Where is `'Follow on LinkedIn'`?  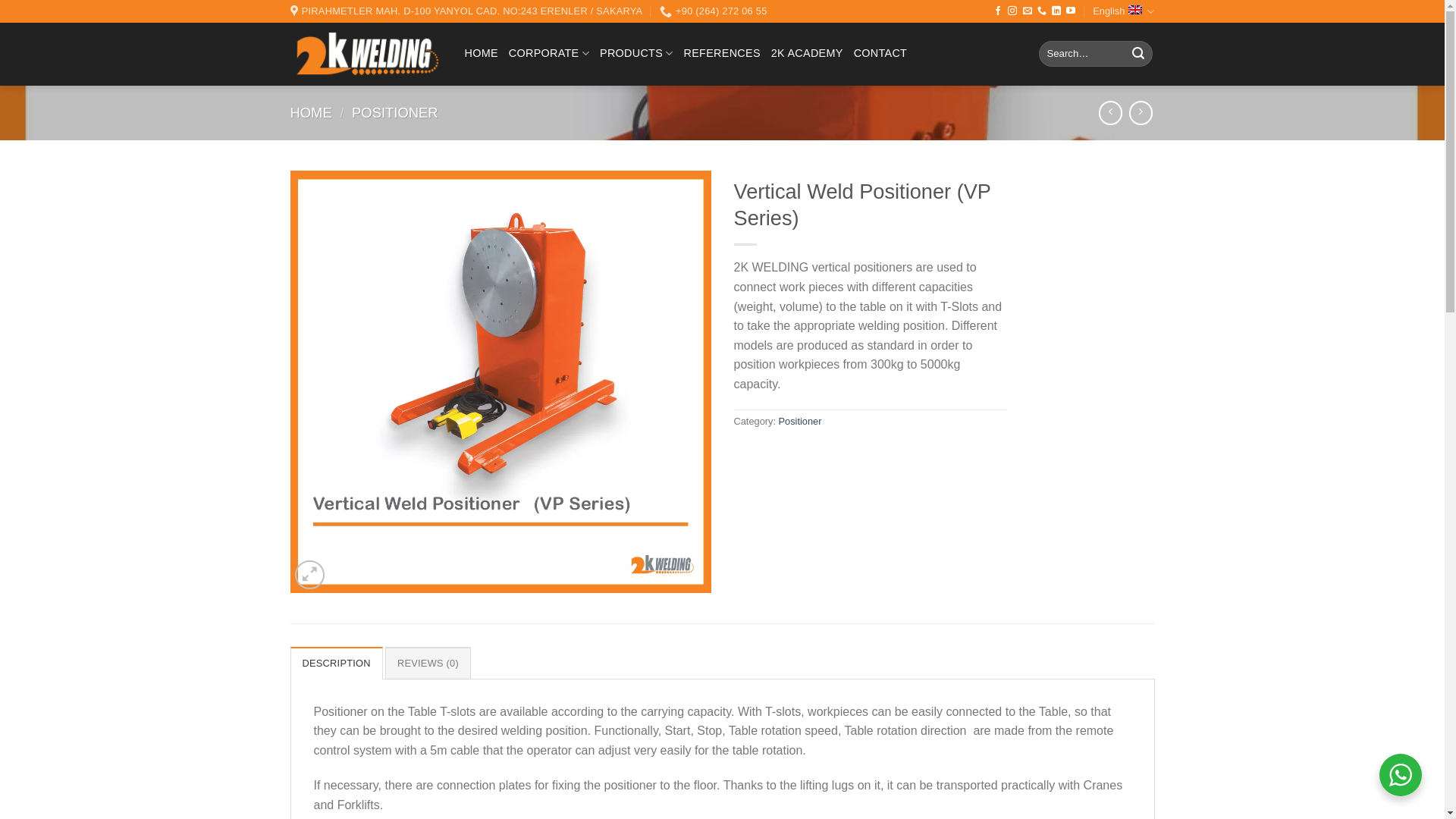
'Follow on LinkedIn' is located at coordinates (1055, 11).